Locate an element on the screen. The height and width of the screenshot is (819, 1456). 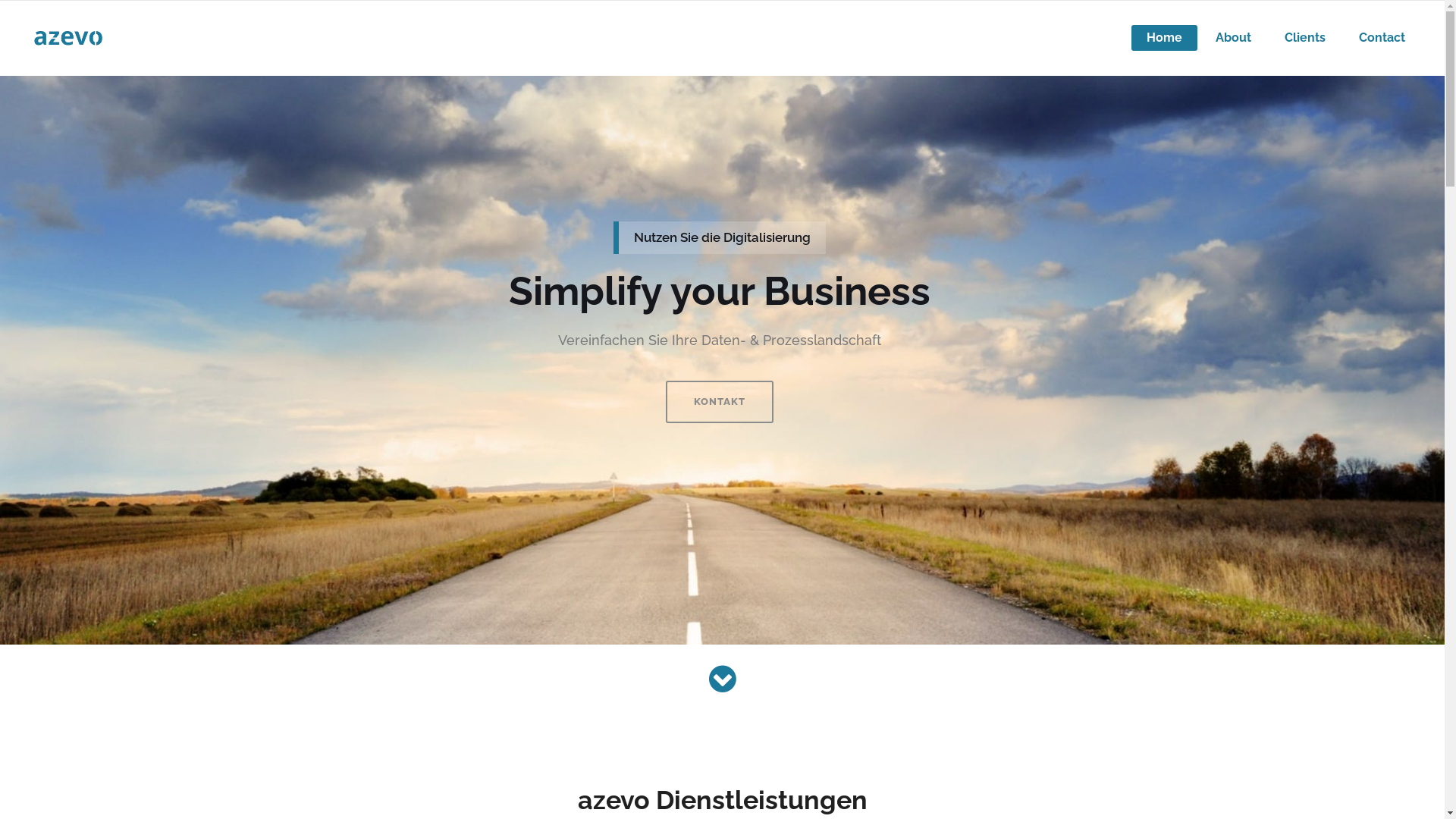
'KONTAKT' is located at coordinates (719, 400).